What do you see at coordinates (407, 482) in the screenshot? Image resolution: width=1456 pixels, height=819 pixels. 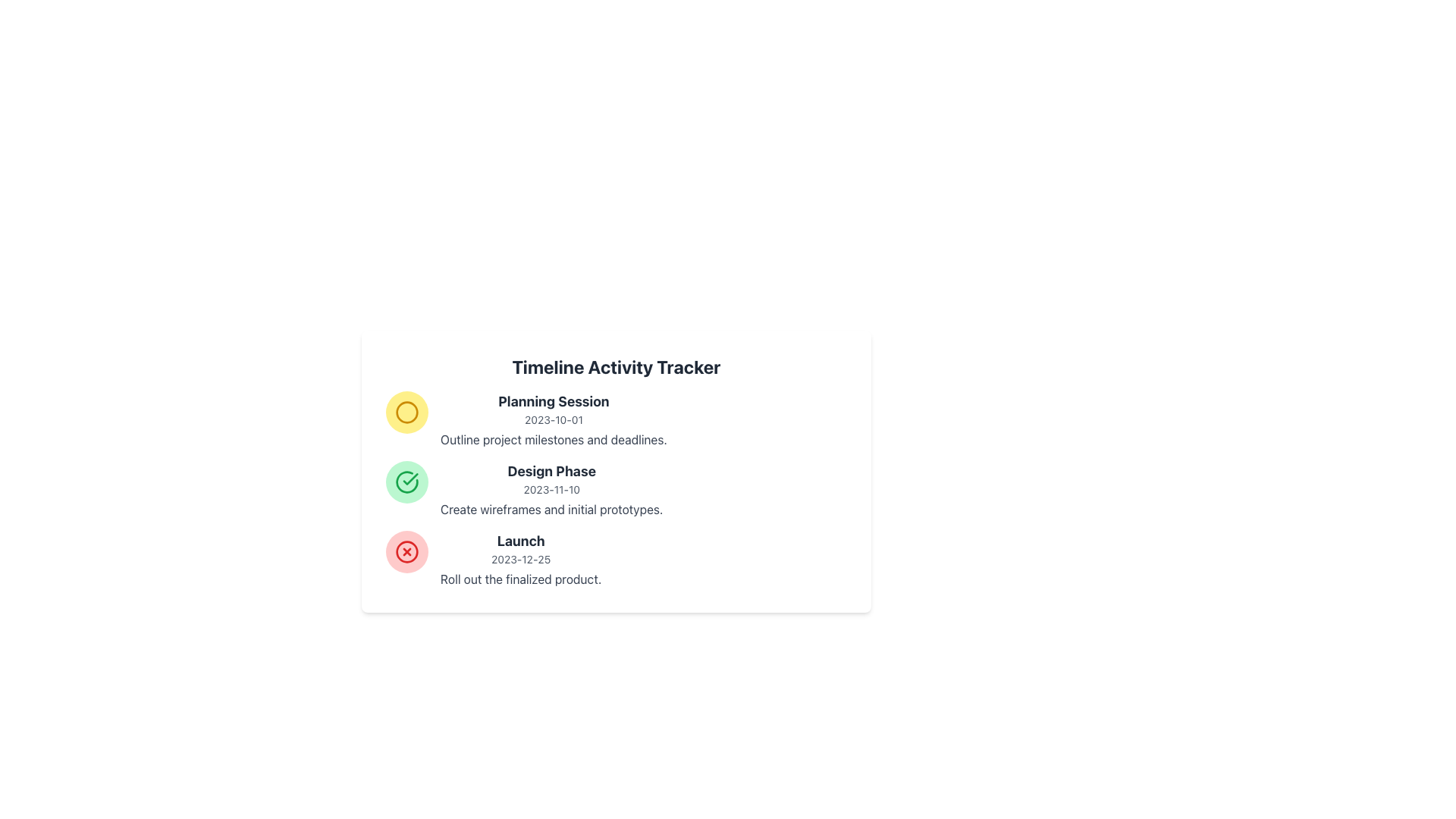 I see `the vector graphic icon that represents the completed status for the 'Design Phase' step in the vertical activity tracker layout` at bounding box center [407, 482].